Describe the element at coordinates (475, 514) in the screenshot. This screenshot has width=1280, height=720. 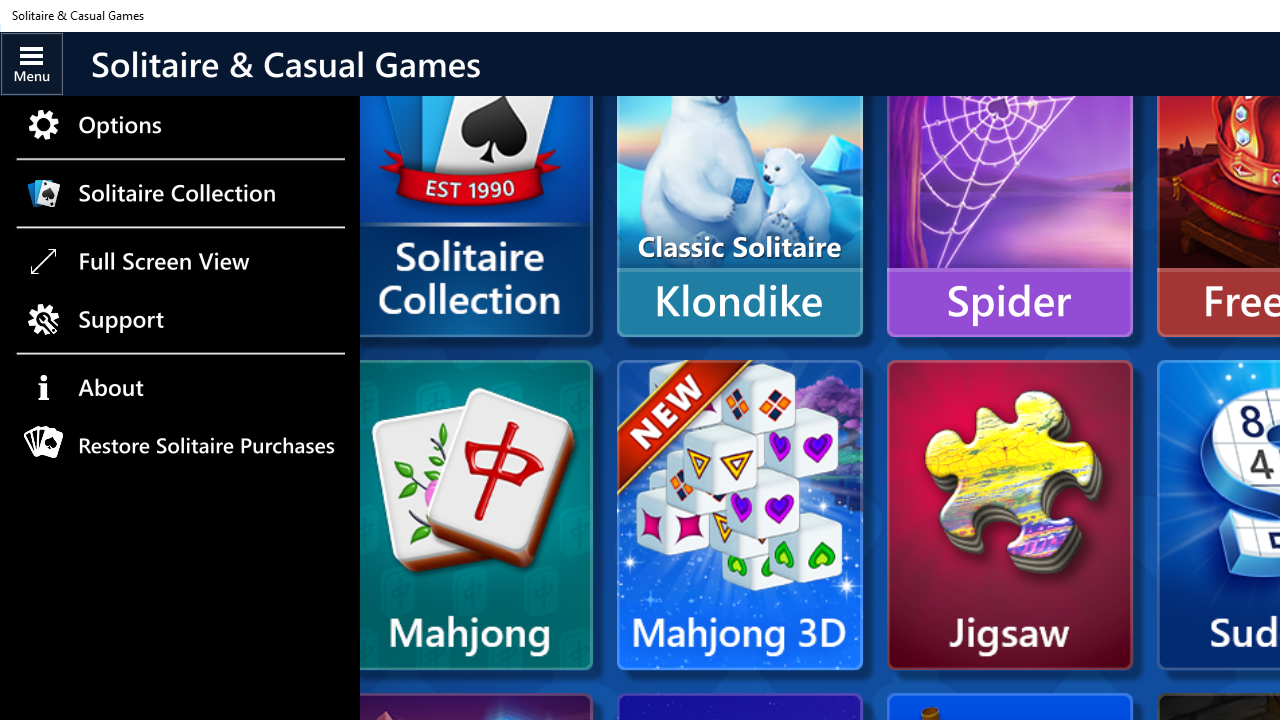
I see `'Microsoft Mahjong'` at that location.